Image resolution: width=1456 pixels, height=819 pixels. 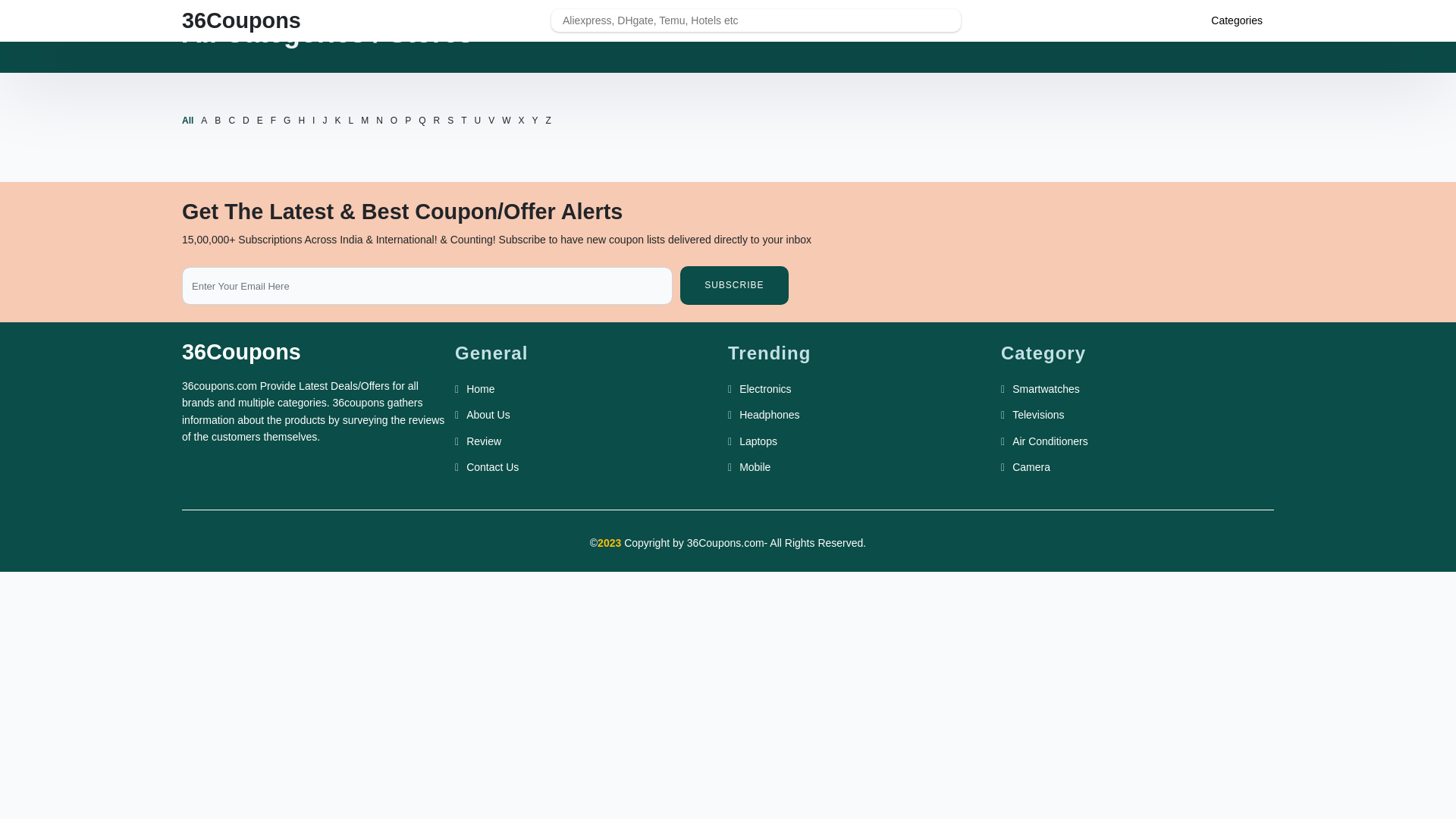 I want to click on '36Coupons', so click(x=240, y=20).